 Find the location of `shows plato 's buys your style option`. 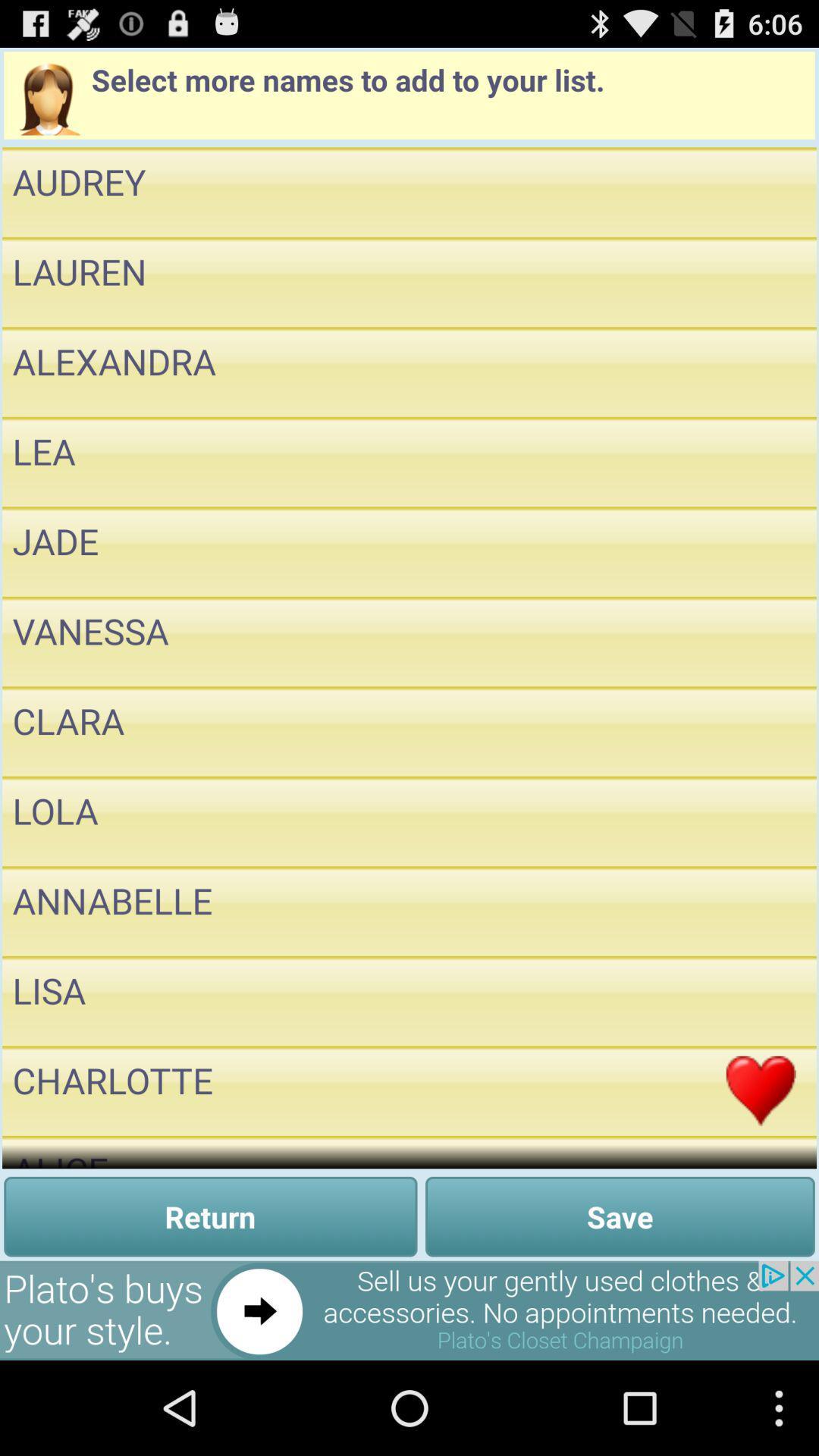

shows plato 's buys your style option is located at coordinates (409, 1310).